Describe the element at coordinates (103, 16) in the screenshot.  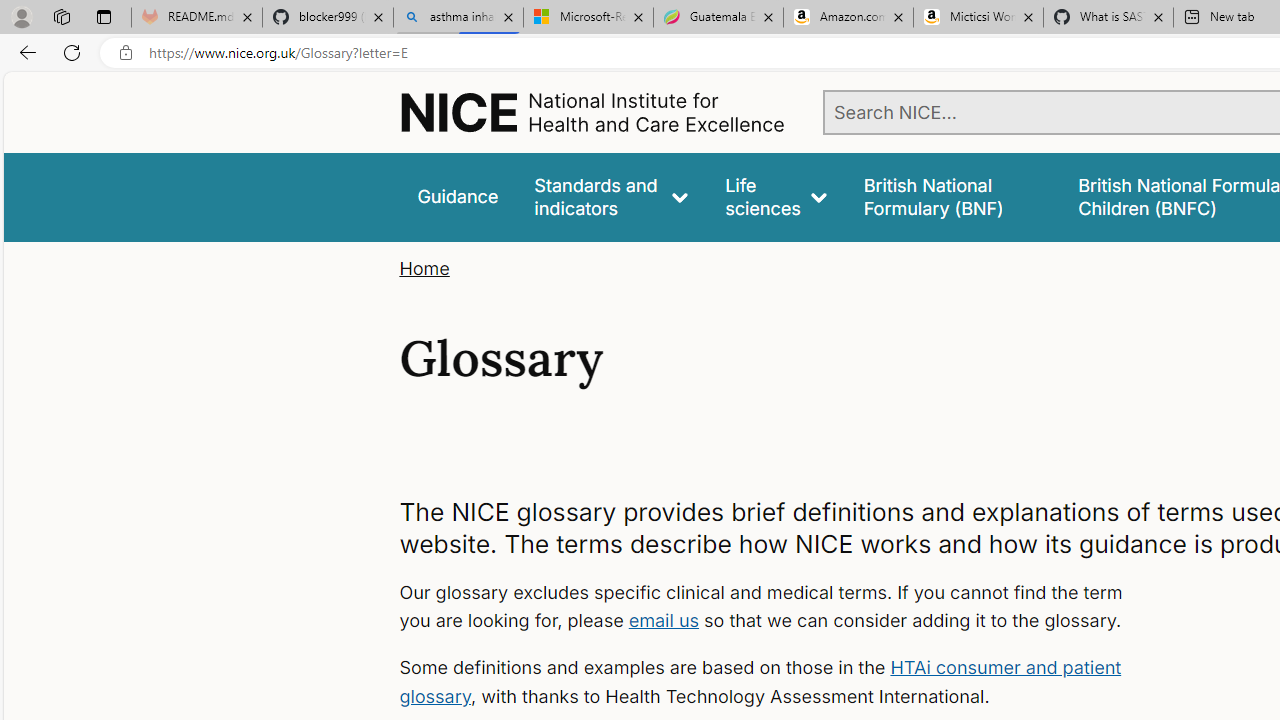
I see `'Tab actions menu'` at that location.